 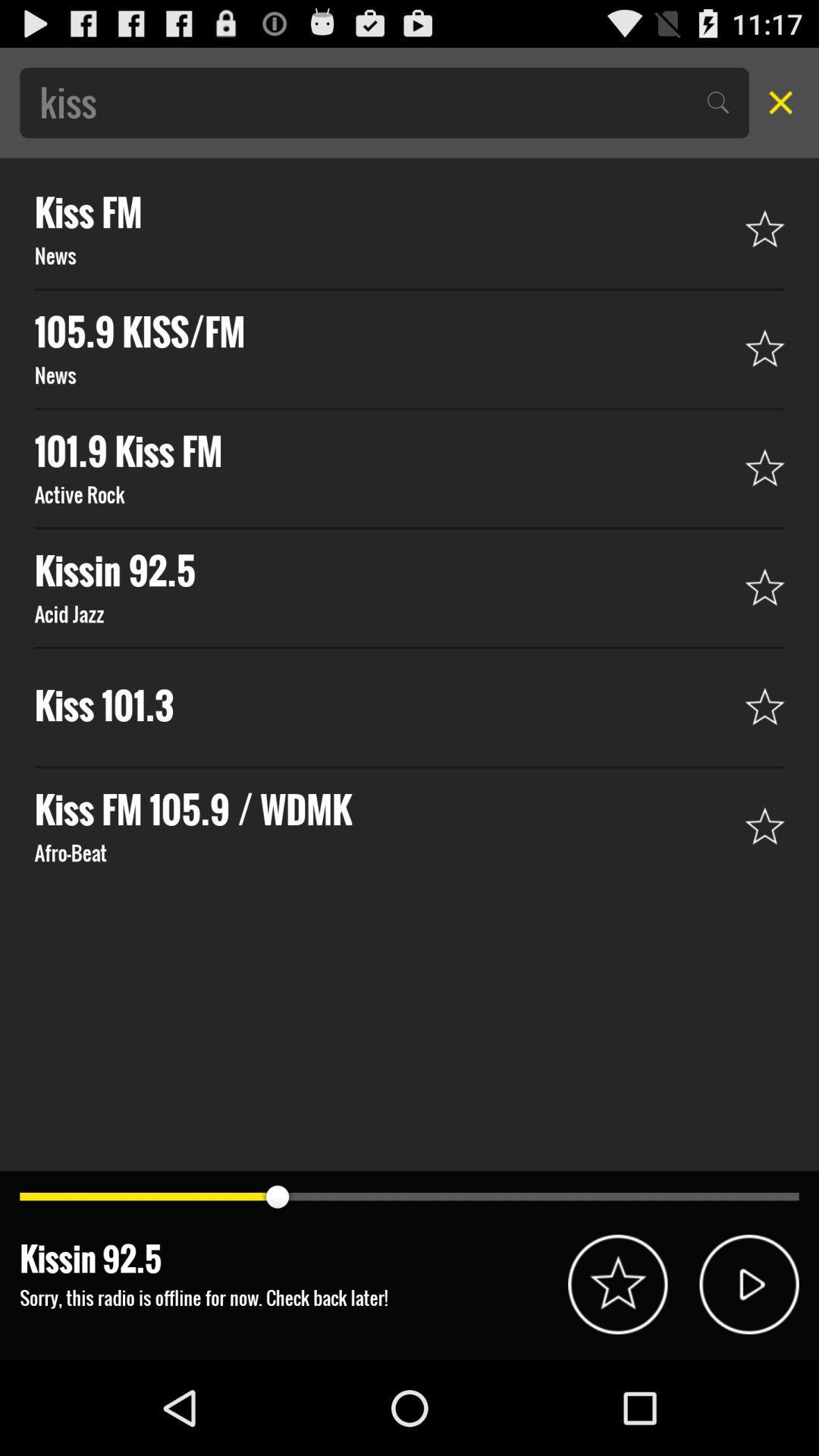 What do you see at coordinates (617, 1283) in the screenshot?
I see `to favorites` at bounding box center [617, 1283].